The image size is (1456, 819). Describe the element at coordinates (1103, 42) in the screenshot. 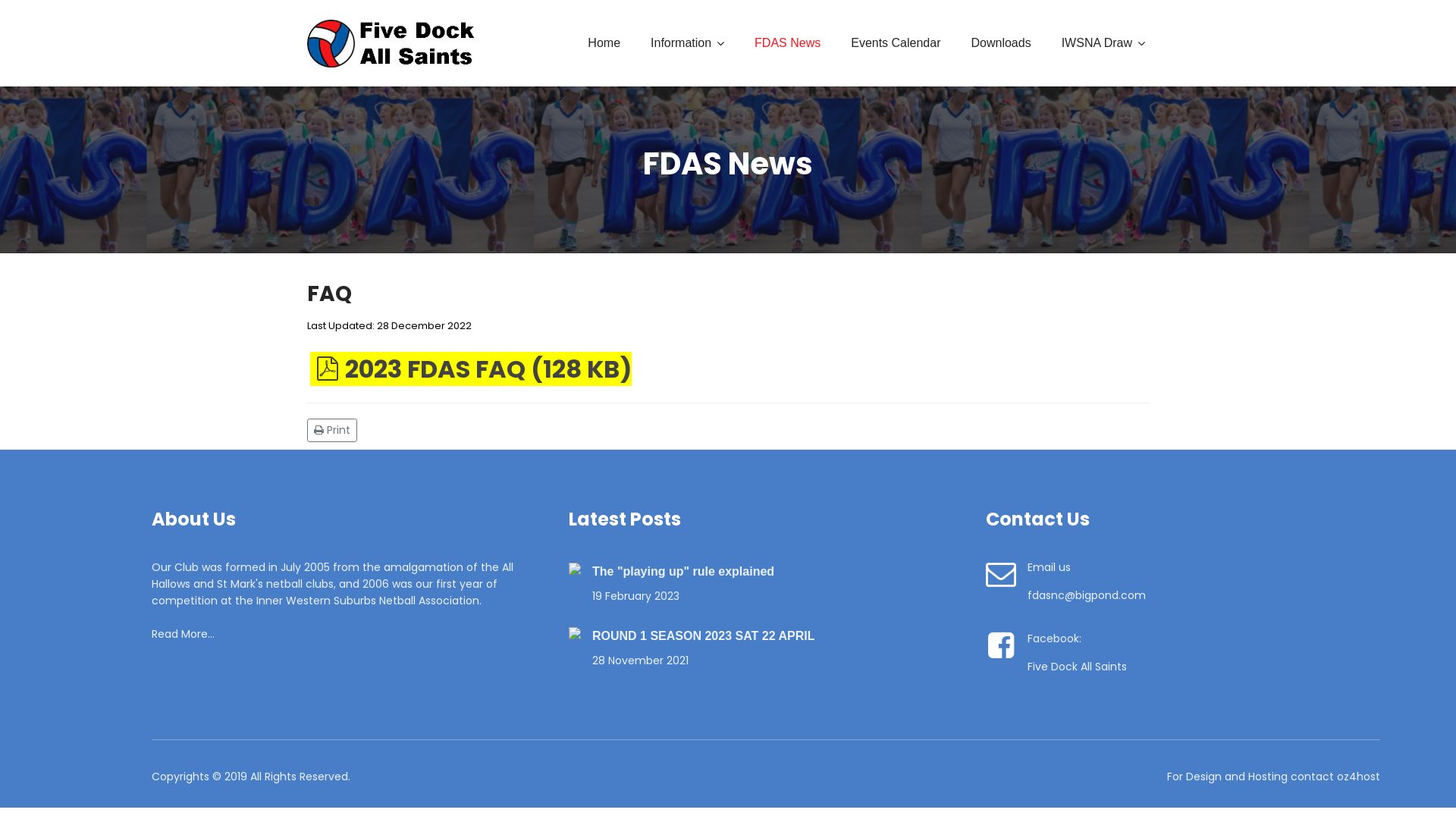

I see `'IWSNA Draw'` at that location.